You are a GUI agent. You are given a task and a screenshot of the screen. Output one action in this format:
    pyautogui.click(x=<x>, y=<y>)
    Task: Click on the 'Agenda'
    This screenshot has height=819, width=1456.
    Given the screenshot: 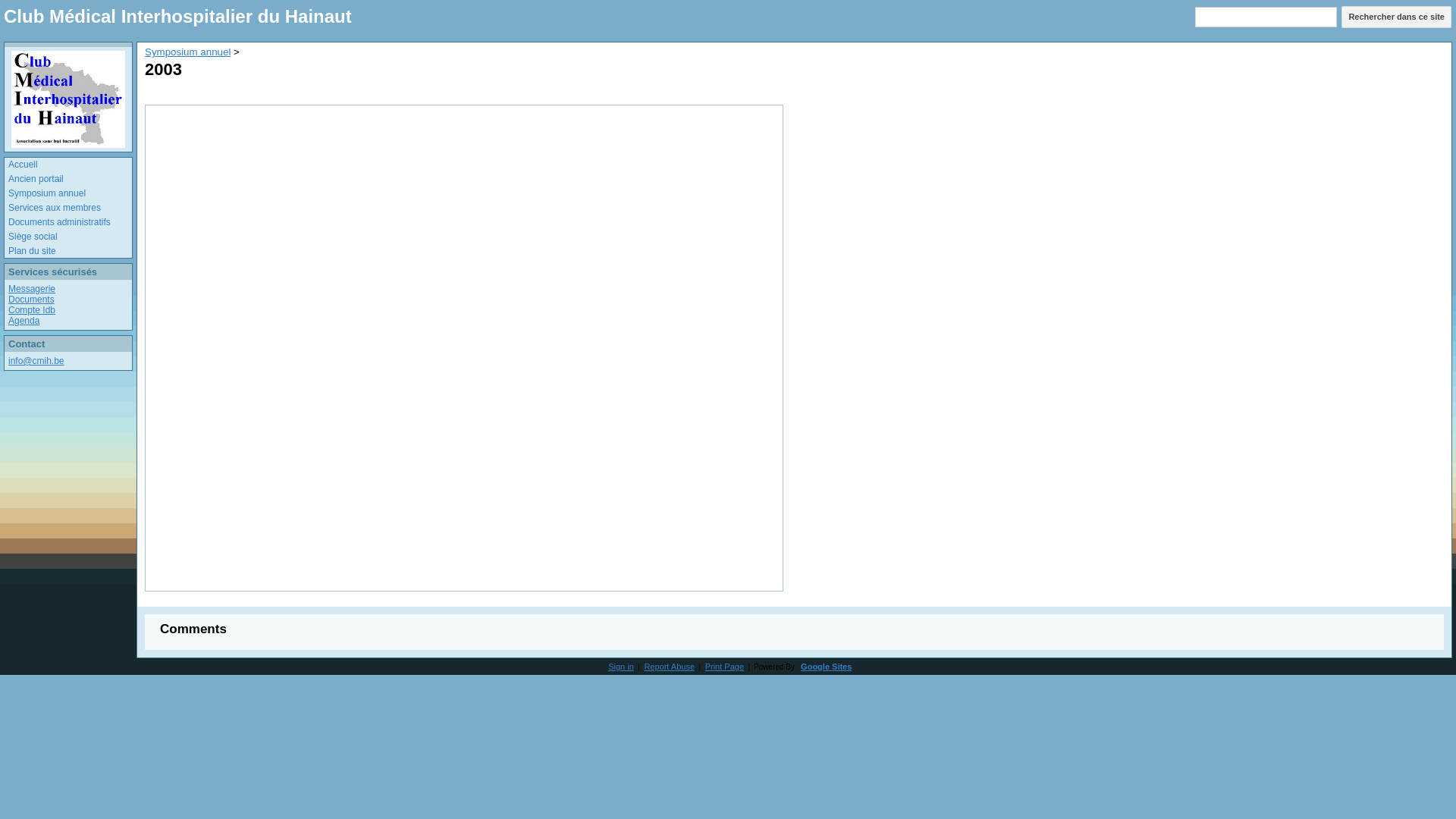 What is the action you would take?
    pyautogui.click(x=24, y=320)
    